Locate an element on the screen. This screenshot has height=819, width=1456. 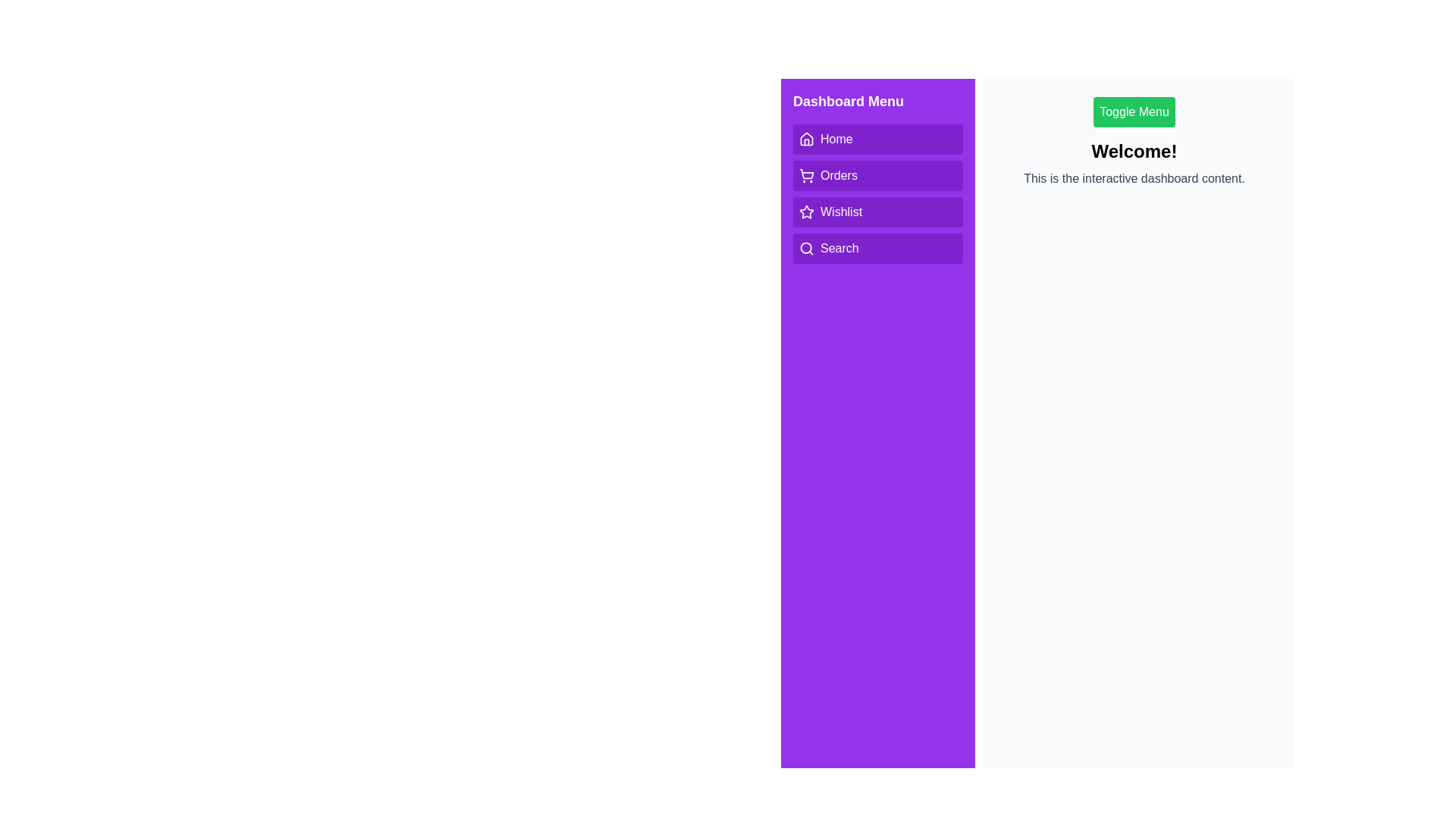
the menu option Orders to observe the hover effect is located at coordinates (877, 174).